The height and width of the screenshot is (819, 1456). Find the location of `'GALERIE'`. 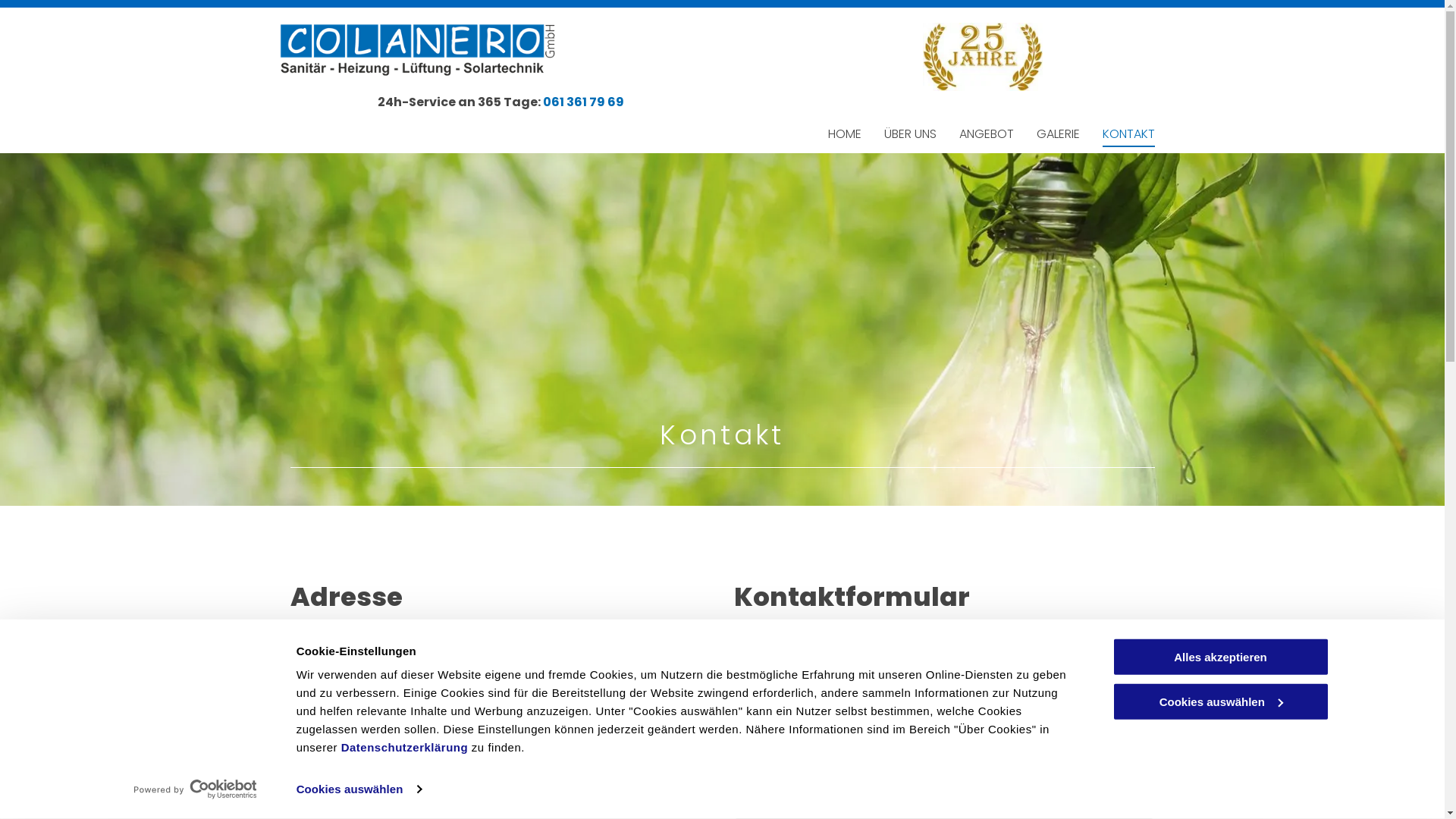

'GALERIE' is located at coordinates (1056, 133).